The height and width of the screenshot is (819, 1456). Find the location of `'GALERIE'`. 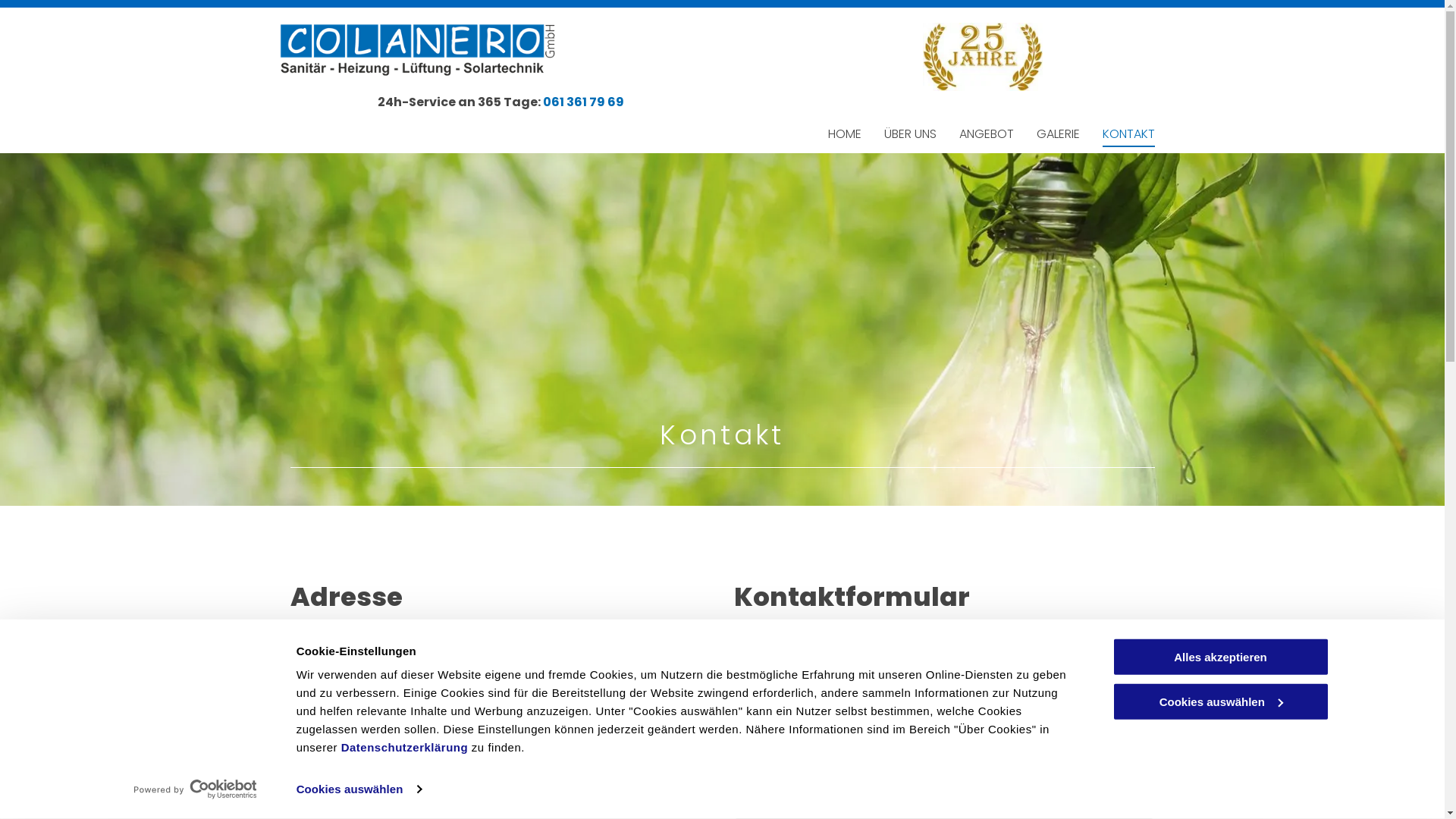

'GALERIE' is located at coordinates (1056, 133).